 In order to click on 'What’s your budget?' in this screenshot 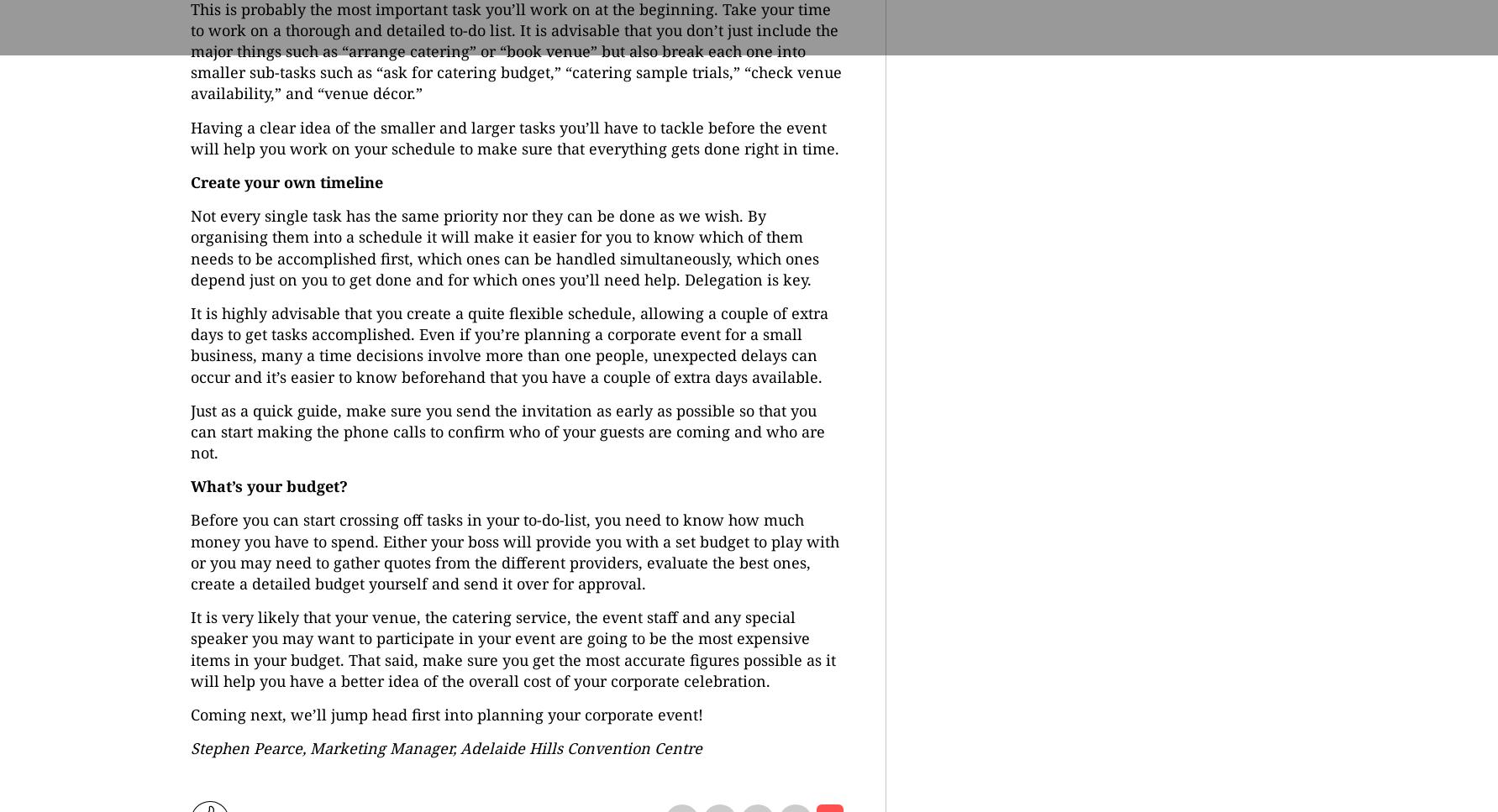, I will do `click(190, 485)`.